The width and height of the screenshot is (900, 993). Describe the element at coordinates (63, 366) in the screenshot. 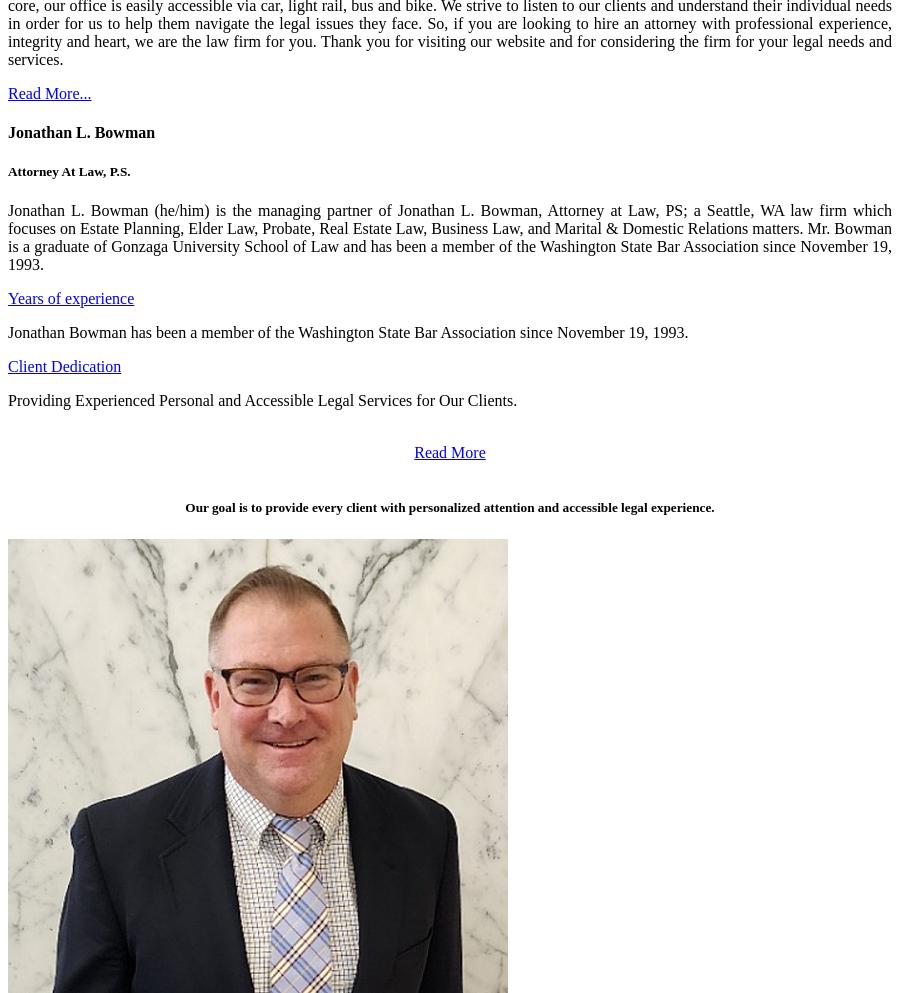

I see `'Client Dedication'` at that location.